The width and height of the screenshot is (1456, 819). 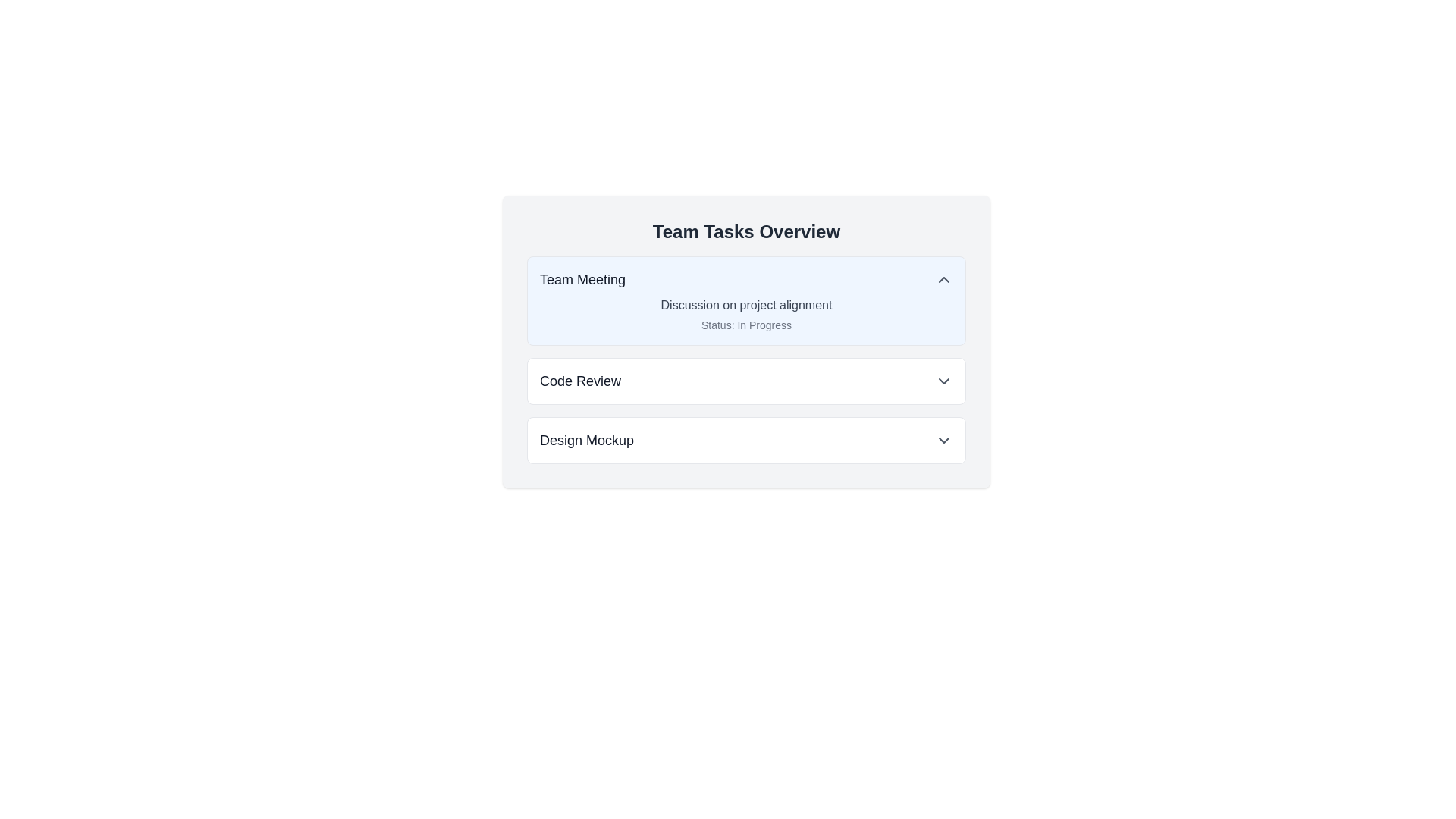 I want to click on the Text Label that serves as a heading for the task labeled 'Code Review', located in the second section of the task overview panel, directly below 'Team Meeting' and above 'Design Mockup', so click(x=579, y=380).